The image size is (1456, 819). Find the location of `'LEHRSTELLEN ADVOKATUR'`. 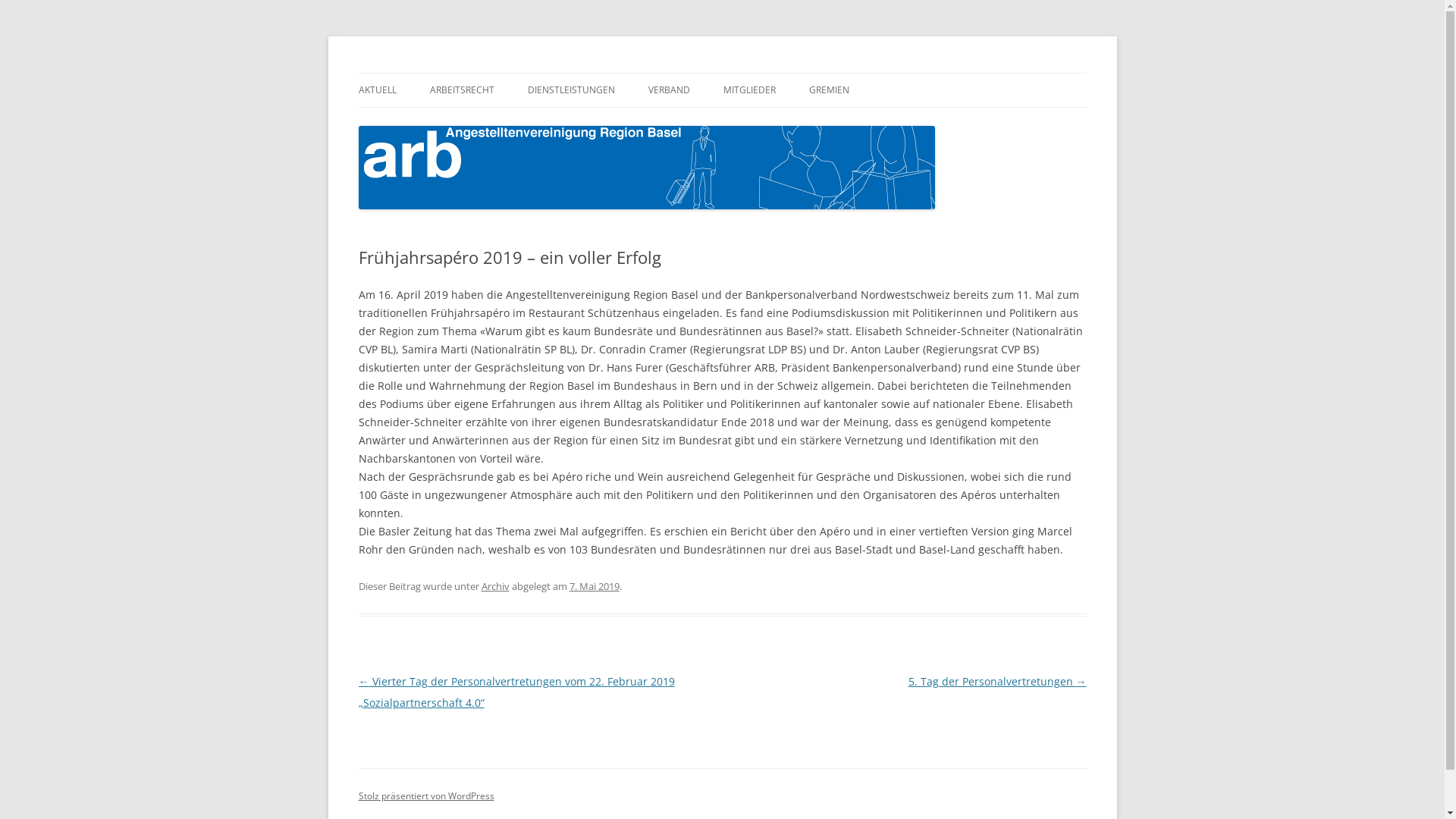

'LEHRSTELLEN ADVOKATUR' is located at coordinates (528, 121).